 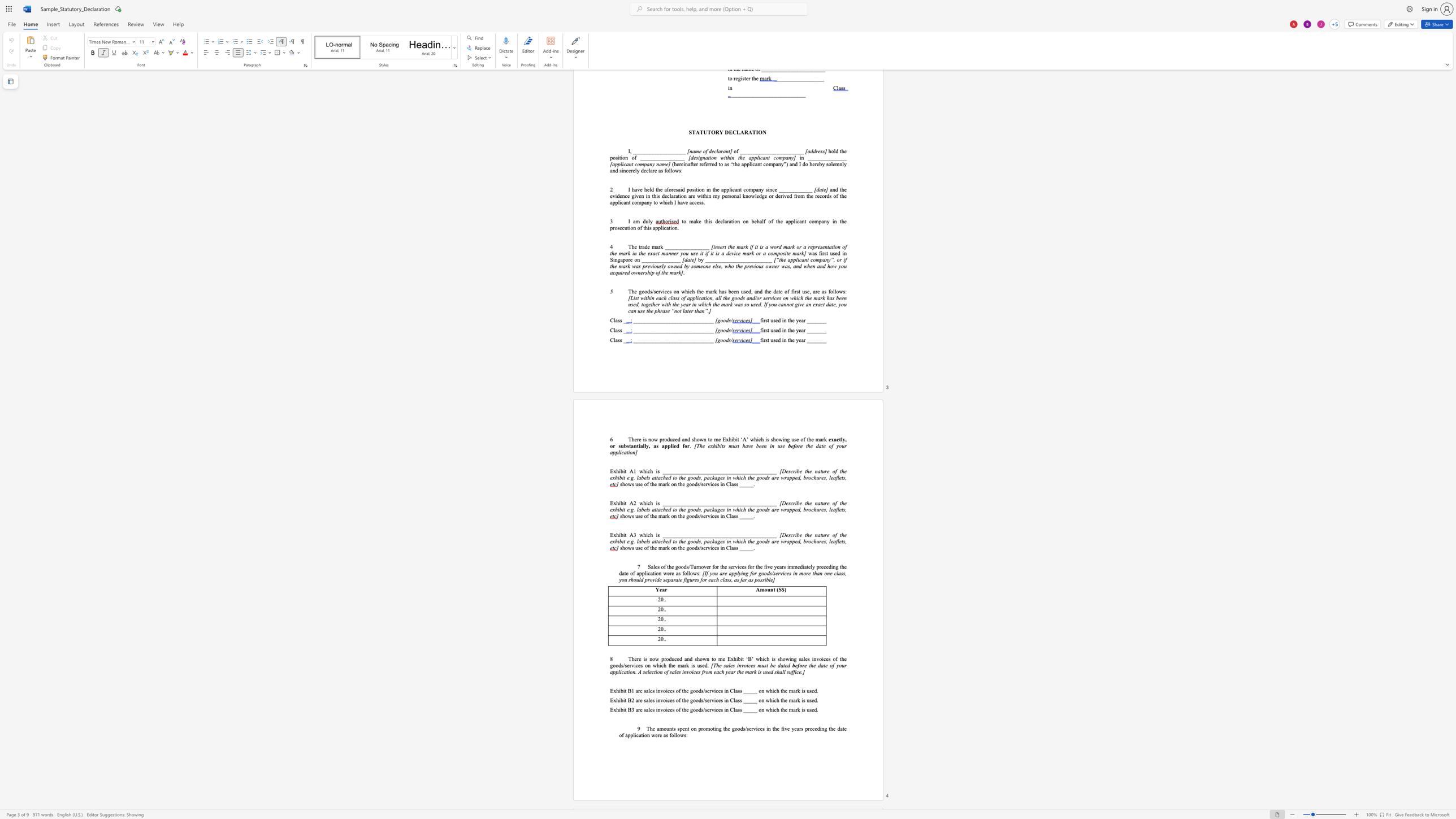 What do you see at coordinates (789, 503) in the screenshot?
I see `the 1th character "s" in the text` at bounding box center [789, 503].